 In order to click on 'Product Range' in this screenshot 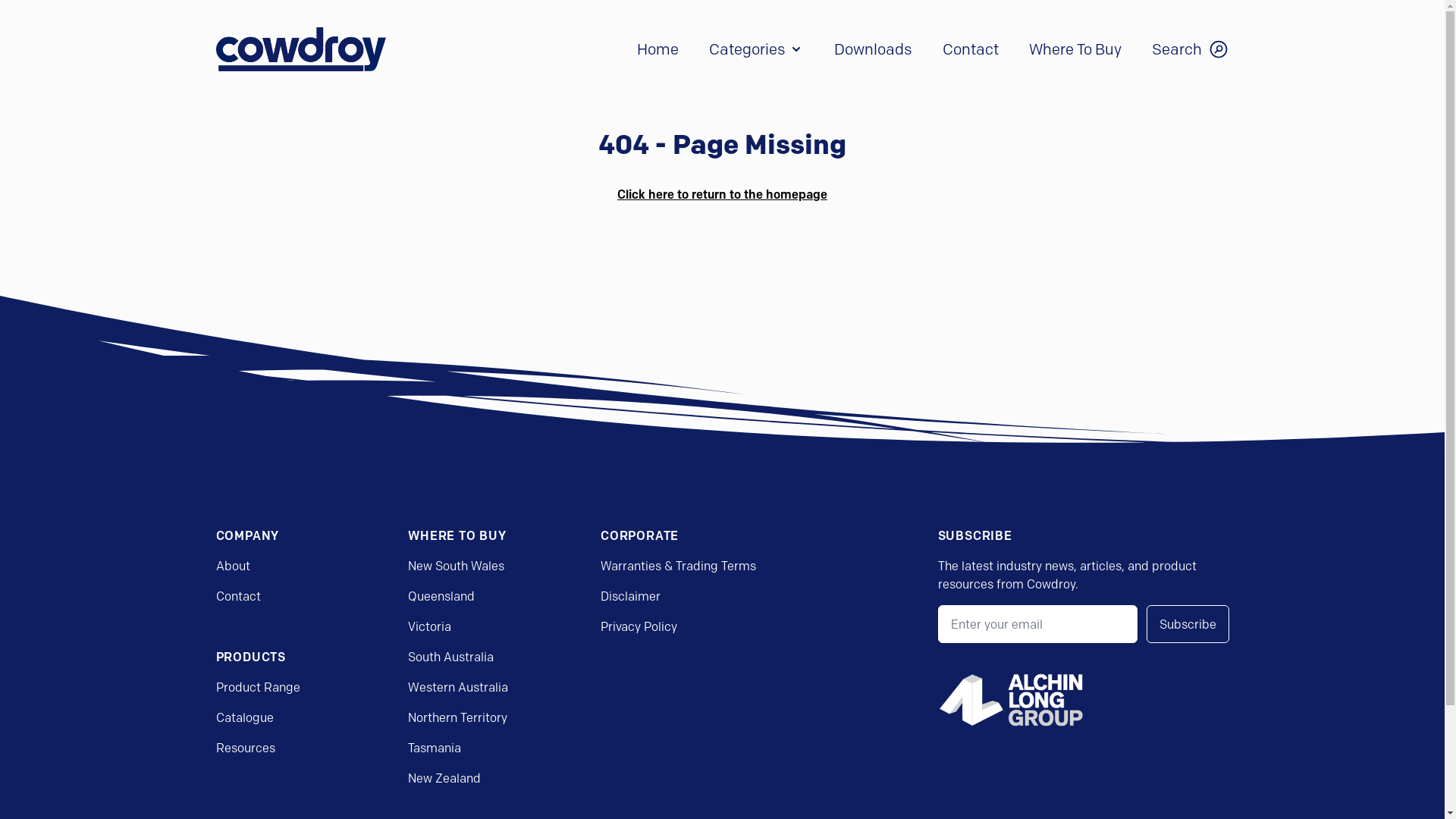, I will do `click(257, 687)`.